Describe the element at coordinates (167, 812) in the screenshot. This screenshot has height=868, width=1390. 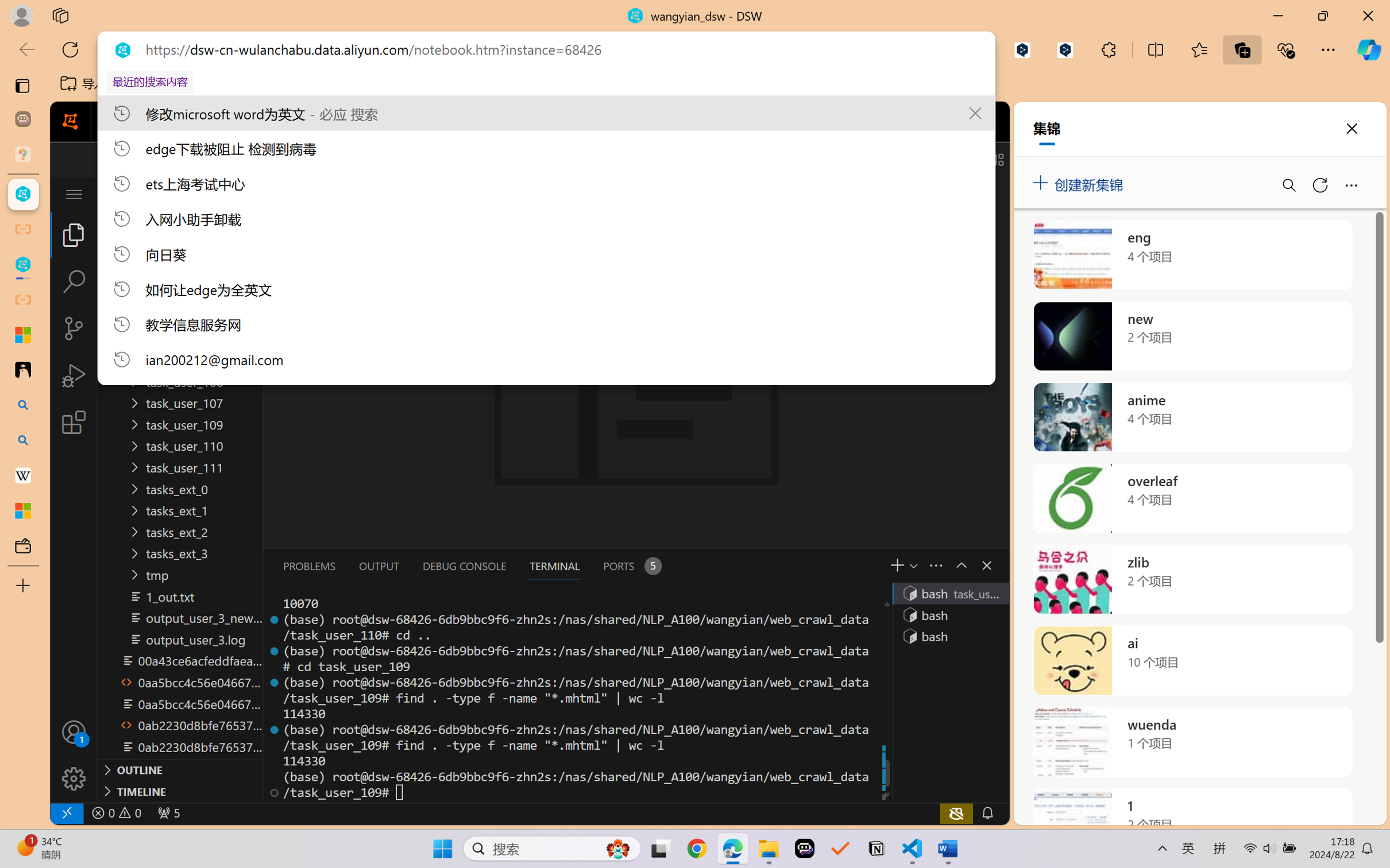
I see `'Forwarded Ports: 36301, 47065, 38781, 45817, 50331'` at that location.